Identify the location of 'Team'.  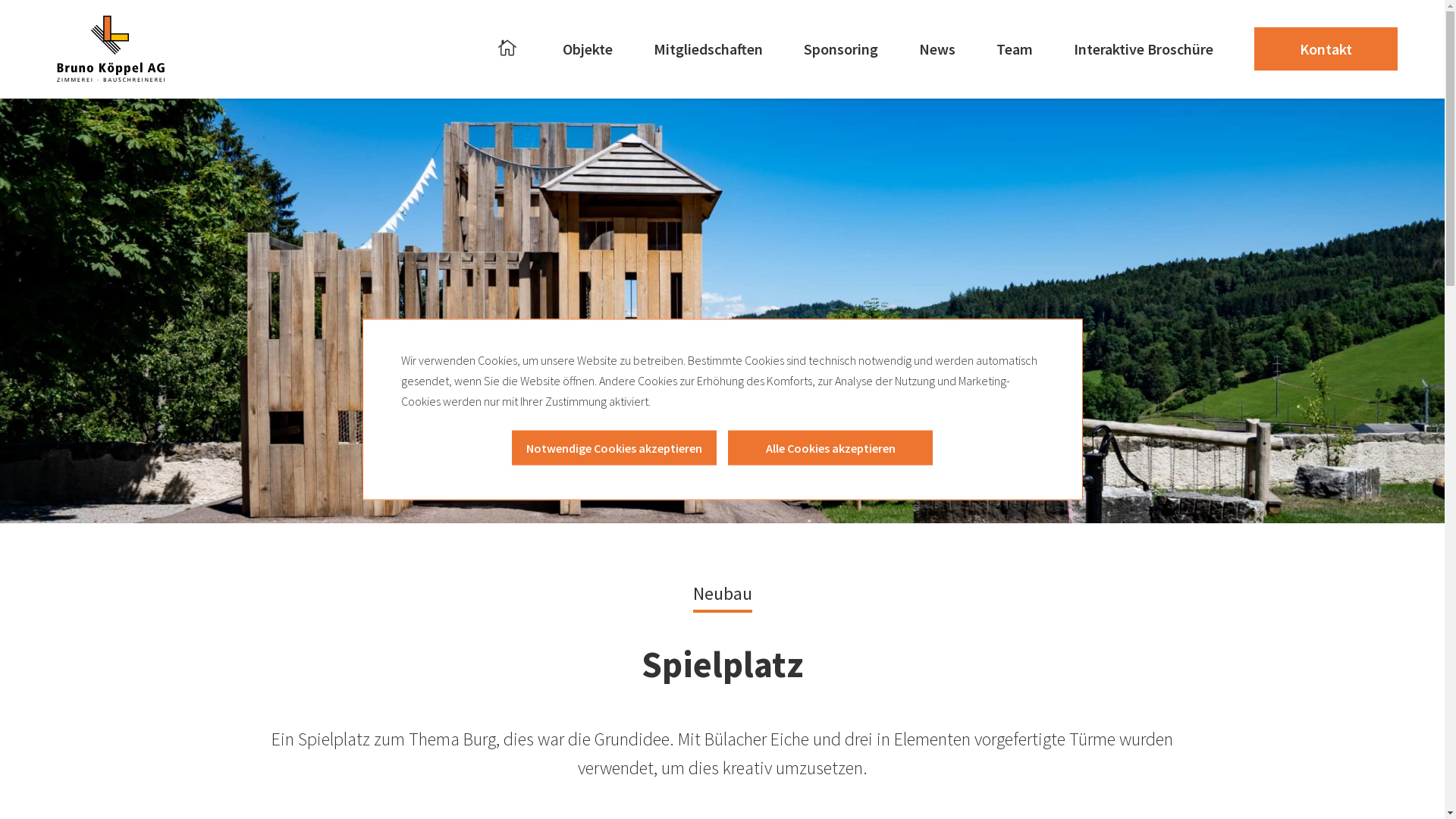
(1015, 49).